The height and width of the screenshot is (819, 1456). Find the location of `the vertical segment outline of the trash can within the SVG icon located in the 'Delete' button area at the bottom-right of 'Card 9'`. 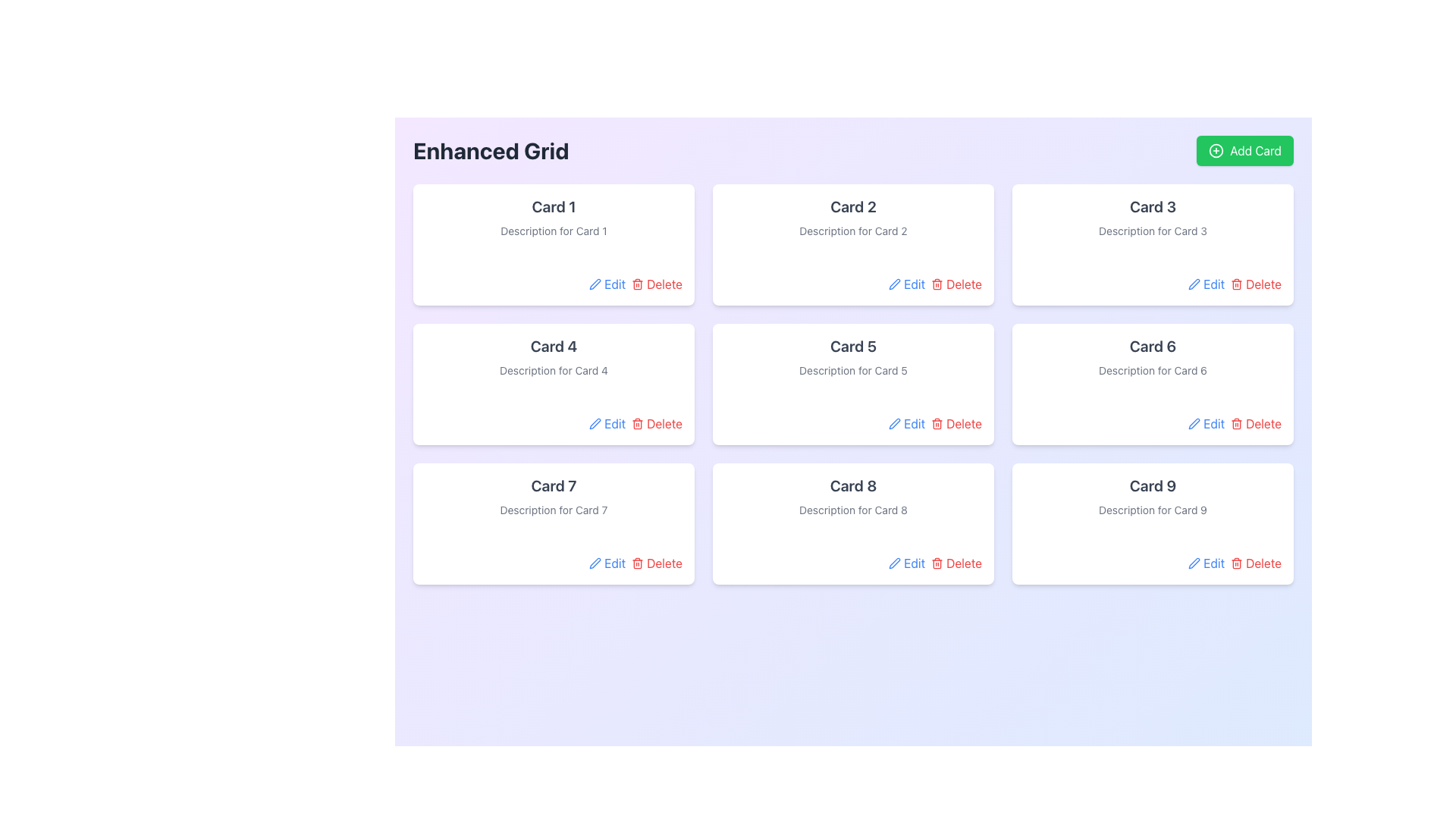

the vertical segment outline of the trash can within the SVG icon located in the 'Delete' button area at the bottom-right of 'Card 9' is located at coordinates (1237, 564).